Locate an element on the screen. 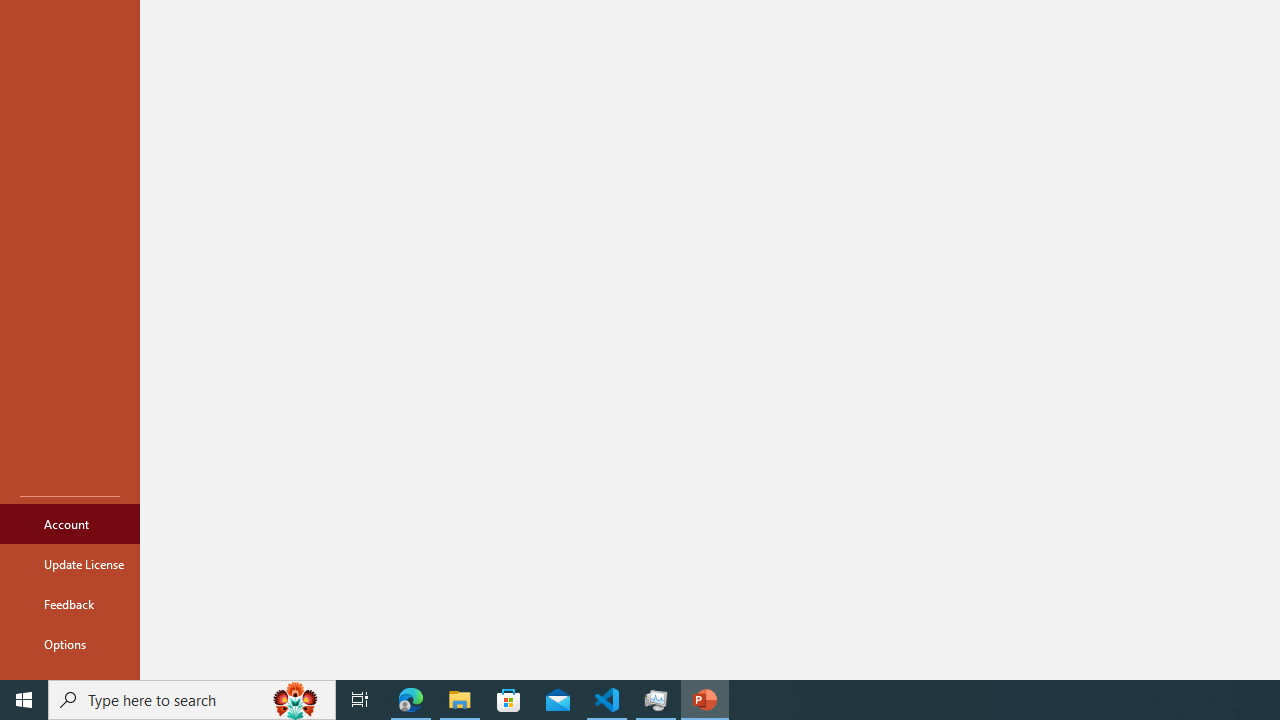 Image resolution: width=1280 pixels, height=720 pixels. 'Microsoft Edge - 1 running window' is located at coordinates (410, 698).